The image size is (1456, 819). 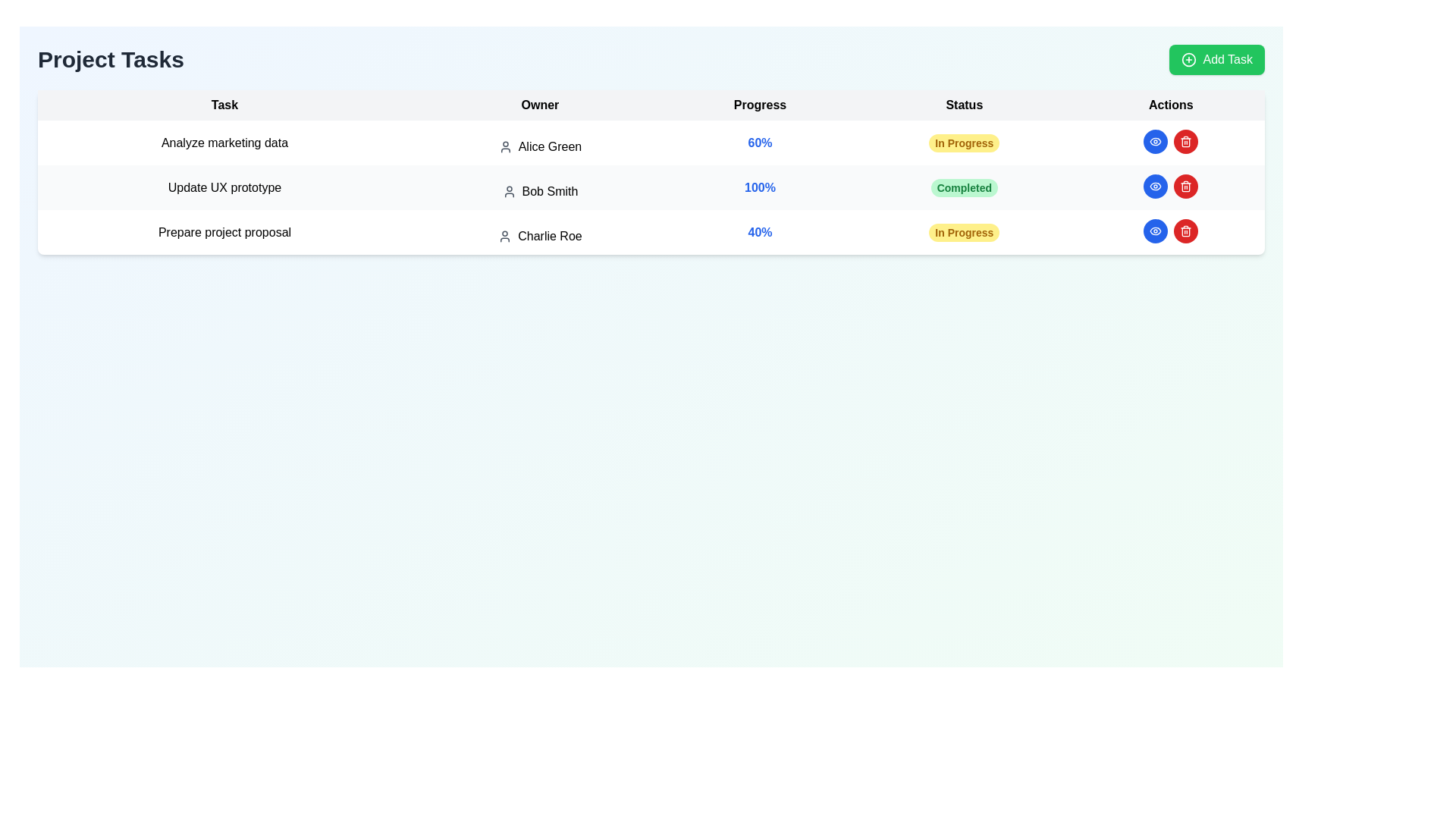 What do you see at coordinates (1185, 231) in the screenshot?
I see `the delete button located in the 'Actions' column of the third row in the table` at bounding box center [1185, 231].